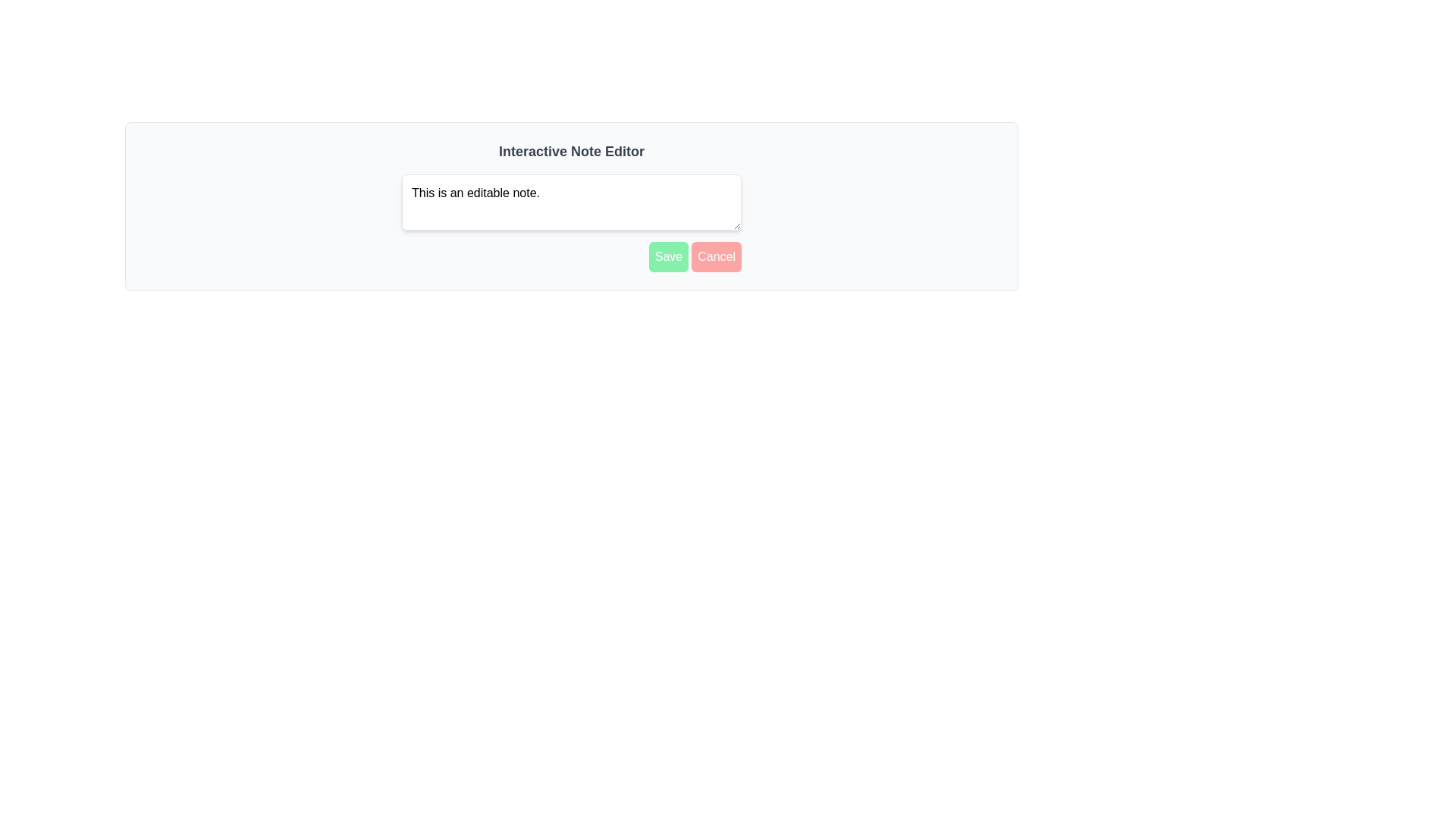 The height and width of the screenshot is (819, 1456). I want to click on the cancel button located in the bottom-right area of the modal, which is the second button in a horizontal row of two buttons, so click(716, 256).